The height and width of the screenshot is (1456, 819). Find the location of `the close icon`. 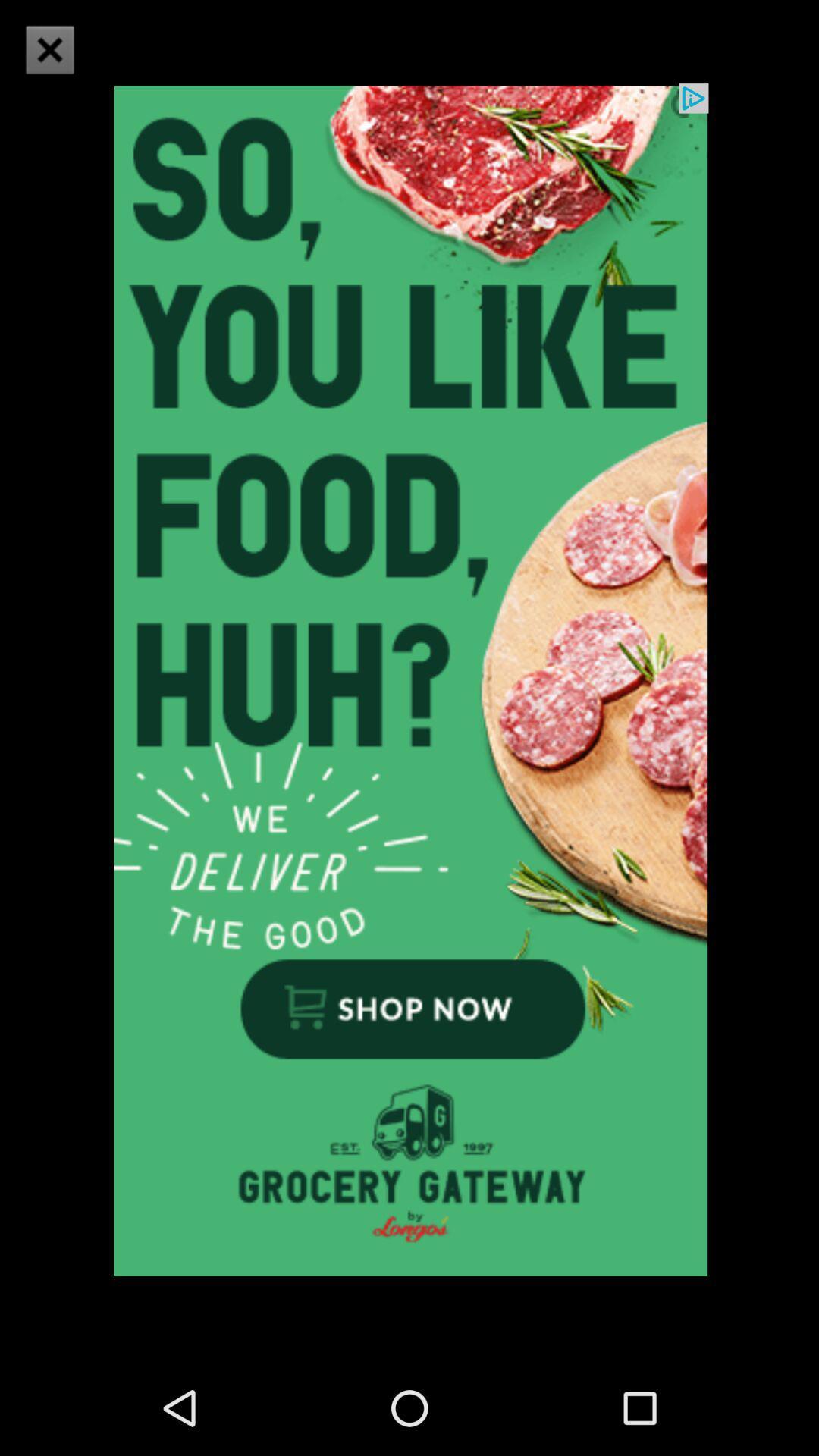

the close icon is located at coordinates (58, 63).